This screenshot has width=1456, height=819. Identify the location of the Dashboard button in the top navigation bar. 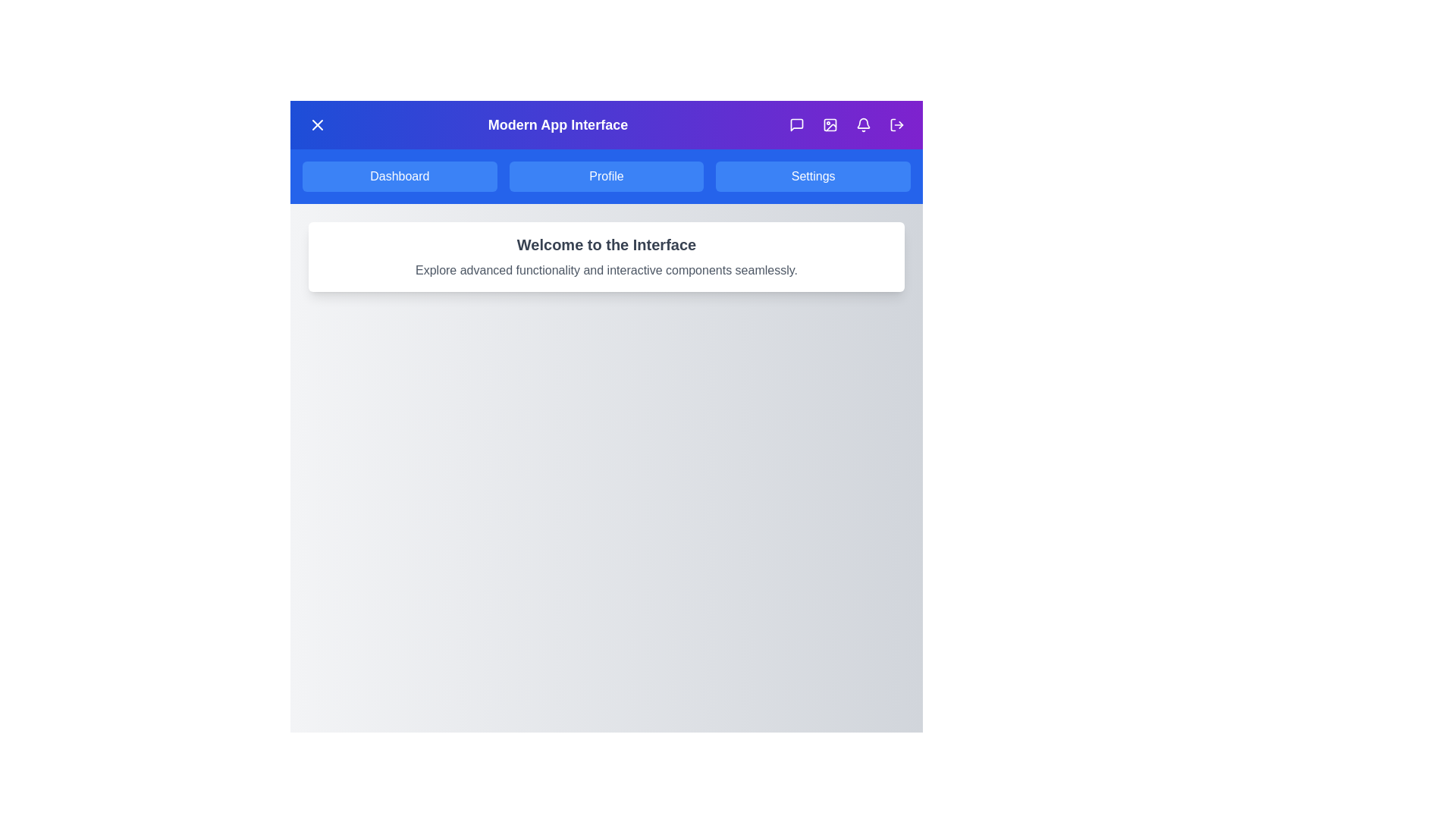
(400, 175).